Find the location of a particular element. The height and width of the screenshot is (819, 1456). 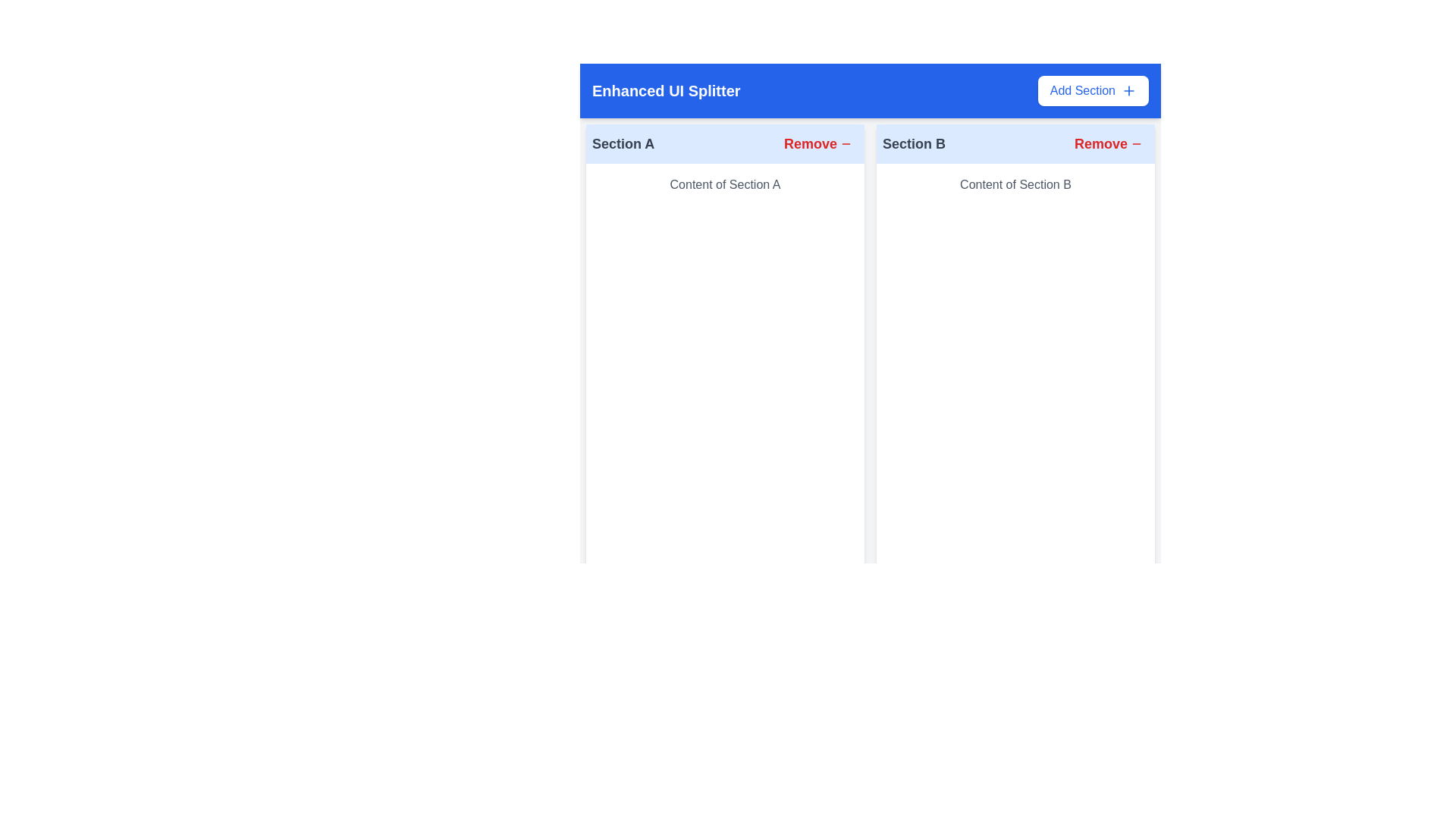

the icon representing the add functionality located on the right end of the 'Add Section' button is located at coordinates (1128, 90).